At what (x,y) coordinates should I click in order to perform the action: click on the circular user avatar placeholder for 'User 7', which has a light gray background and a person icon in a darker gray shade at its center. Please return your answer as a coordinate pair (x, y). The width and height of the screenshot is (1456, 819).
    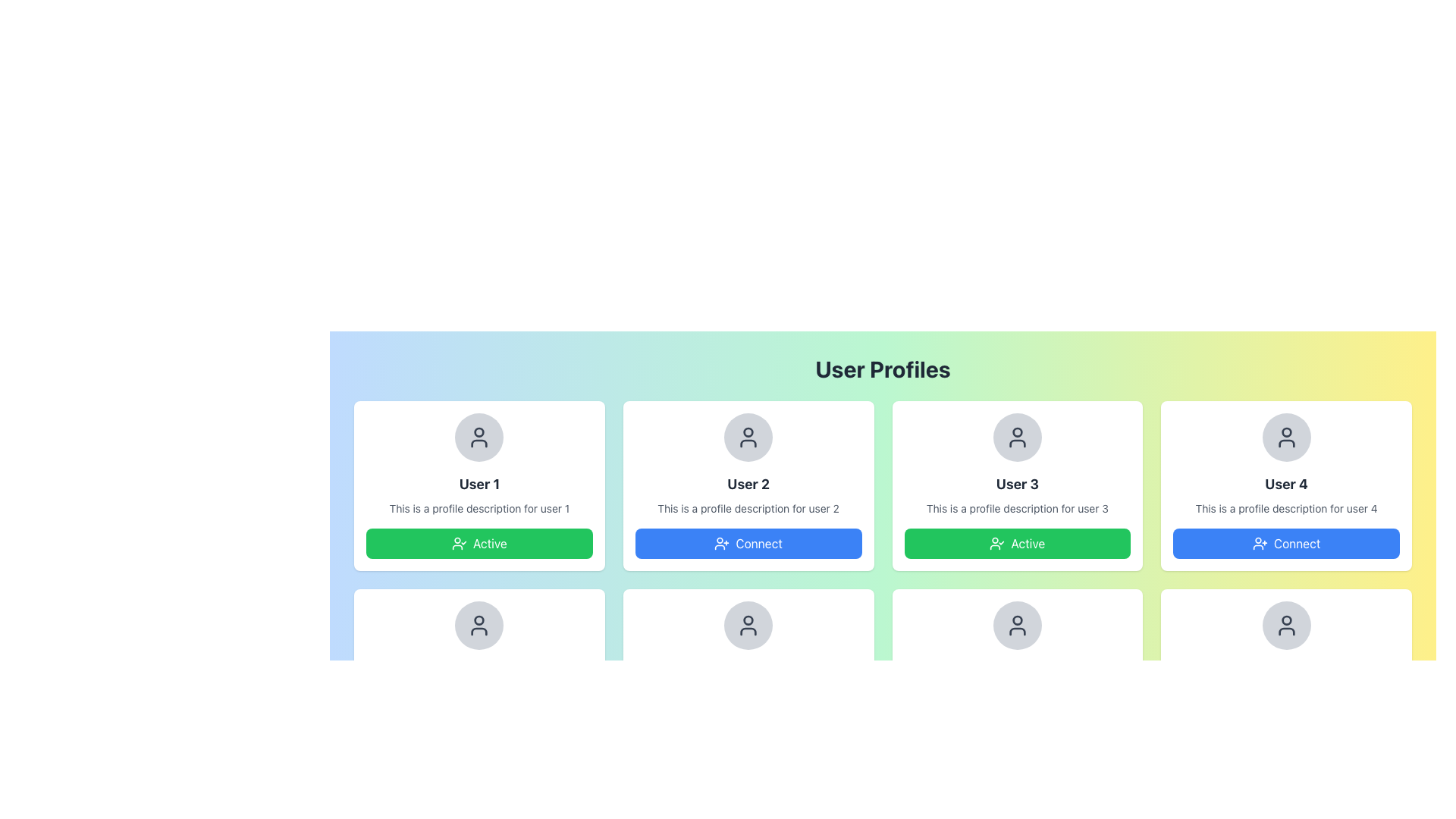
    Looking at the image, I should click on (1017, 626).